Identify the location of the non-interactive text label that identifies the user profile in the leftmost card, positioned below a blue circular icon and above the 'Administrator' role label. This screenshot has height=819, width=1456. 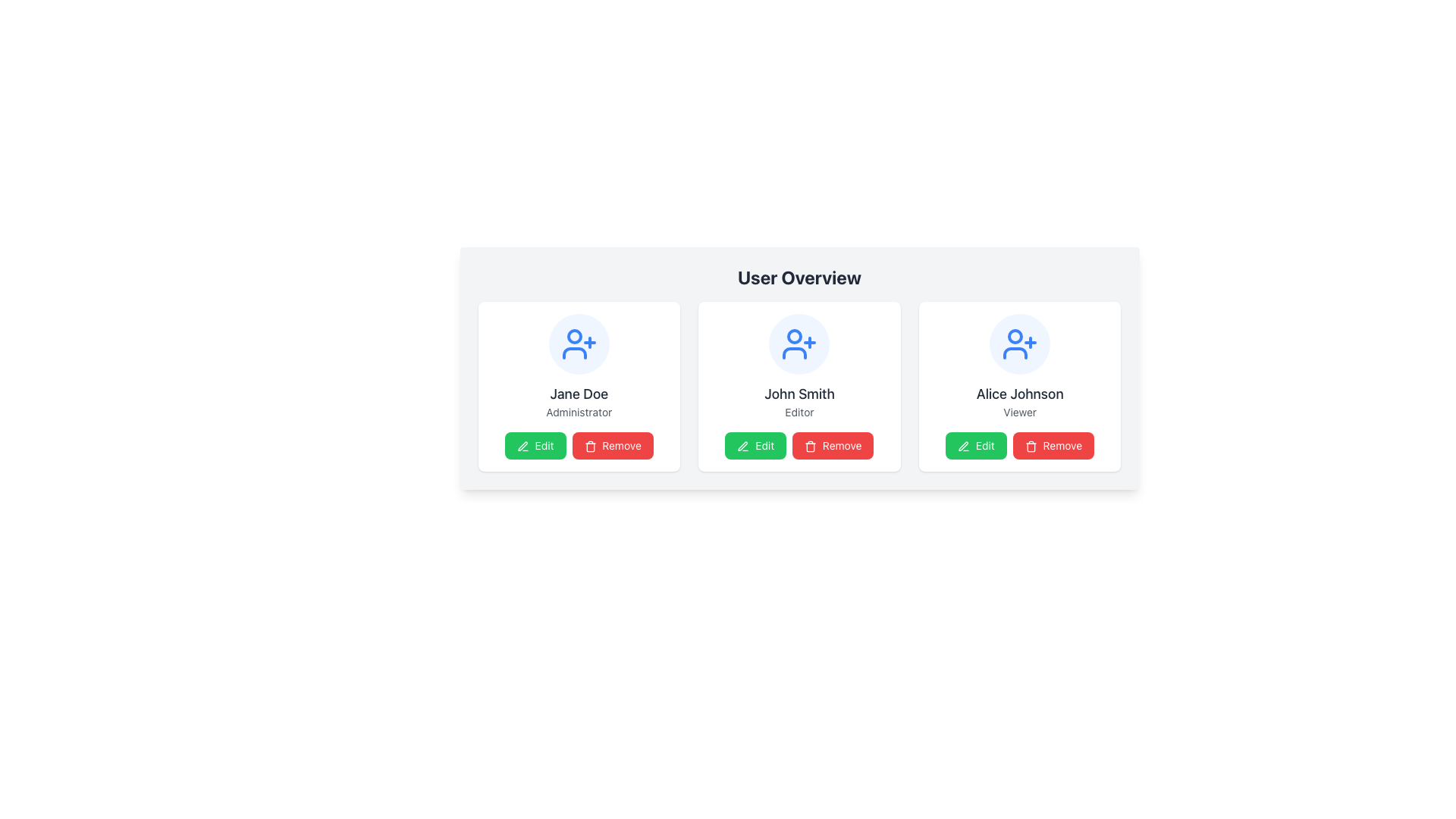
(578, 394).